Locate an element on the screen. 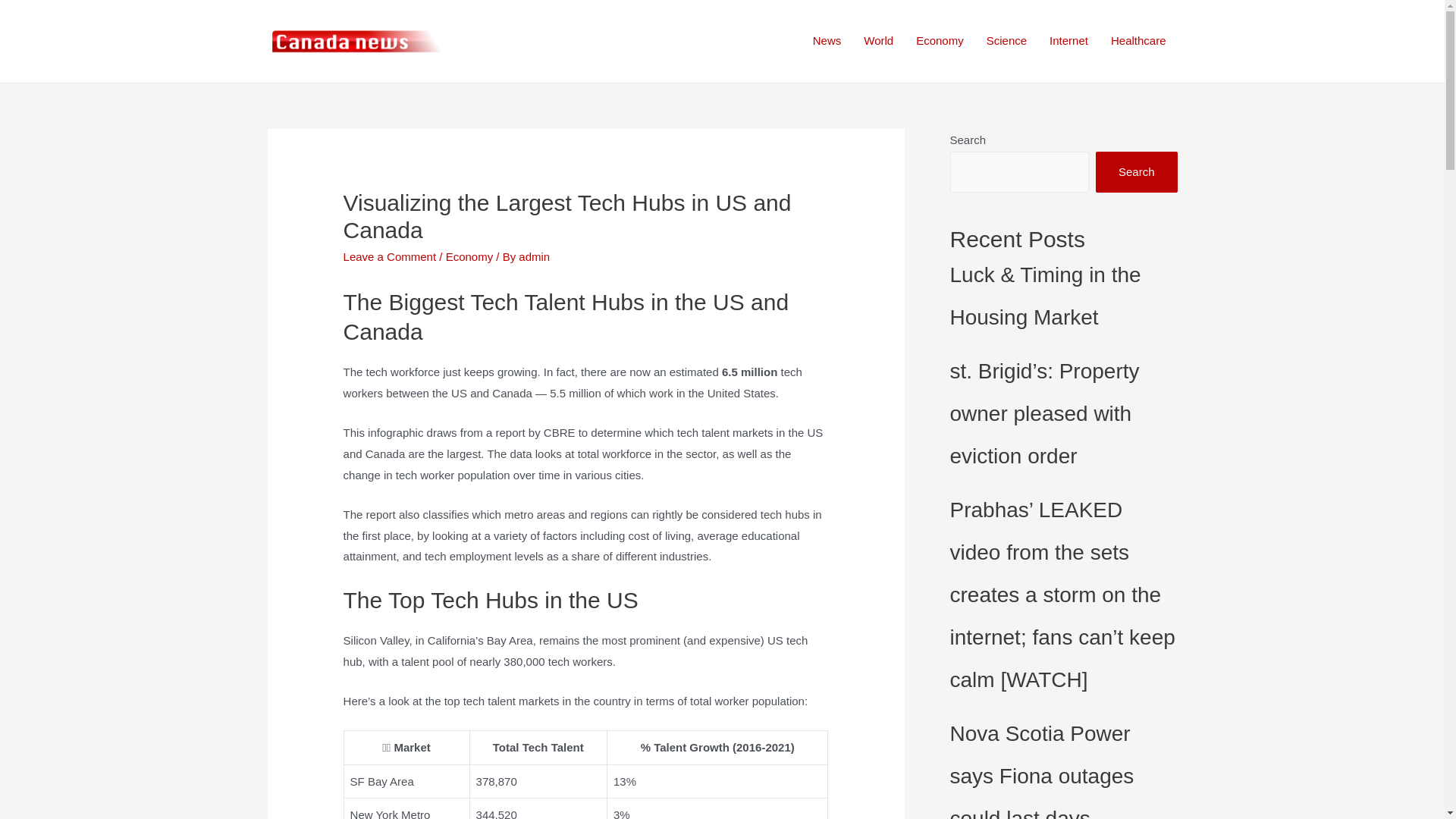  'Science' is located at coordinates (1006, 40).